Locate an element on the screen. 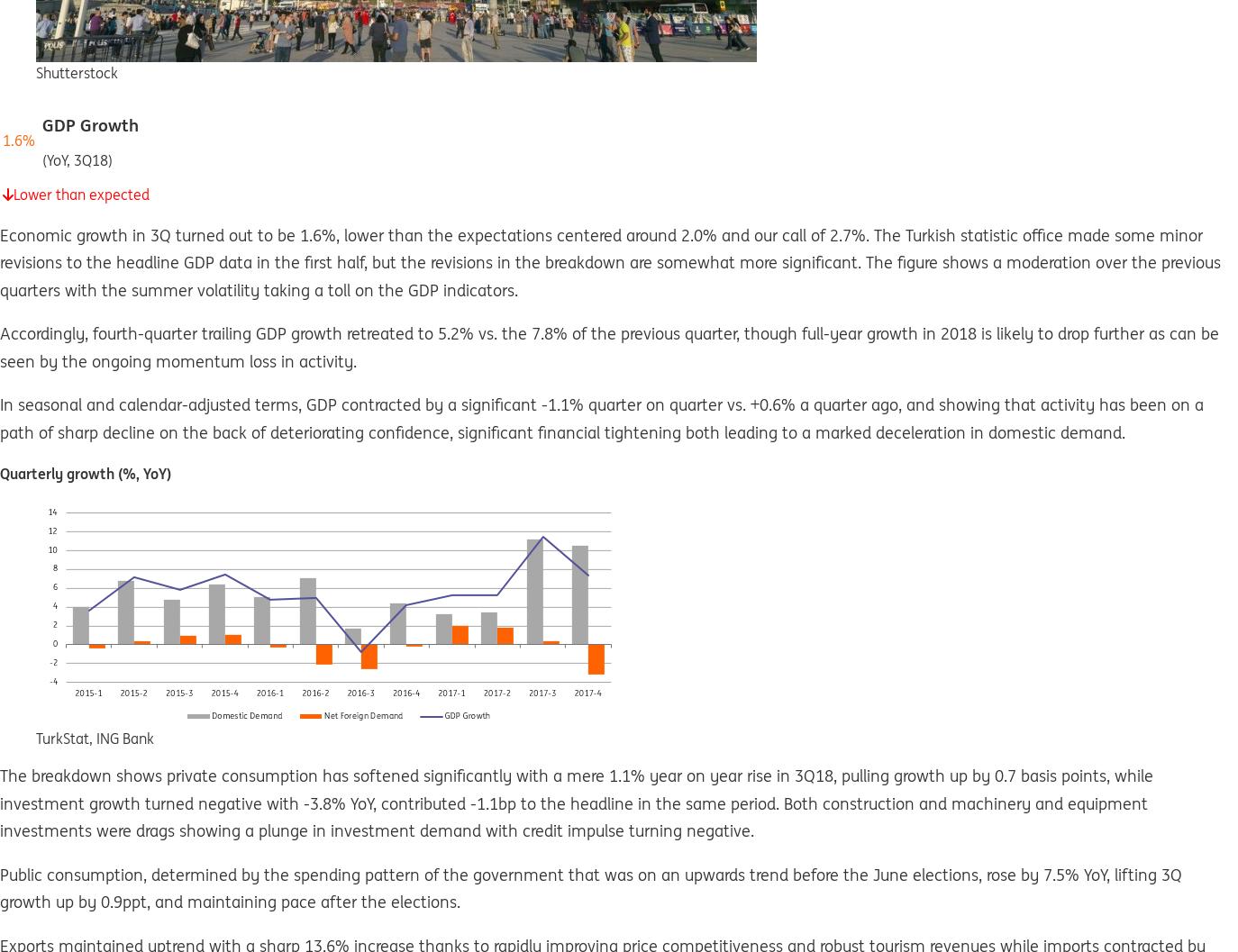  'GDP Growth' is located at coordinates (89, 123).